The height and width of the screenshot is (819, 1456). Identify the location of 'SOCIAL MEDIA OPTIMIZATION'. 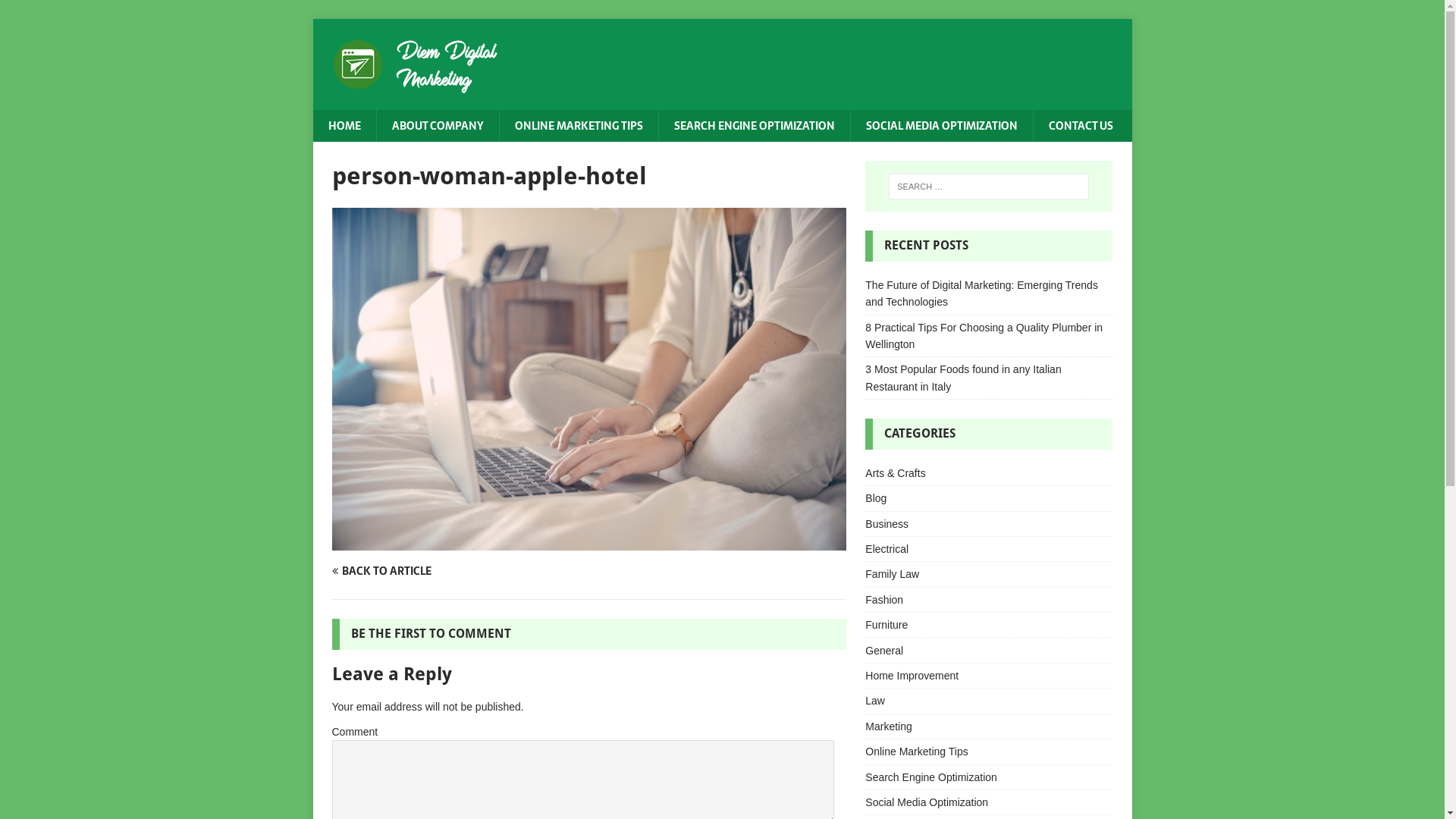
(940, 124).